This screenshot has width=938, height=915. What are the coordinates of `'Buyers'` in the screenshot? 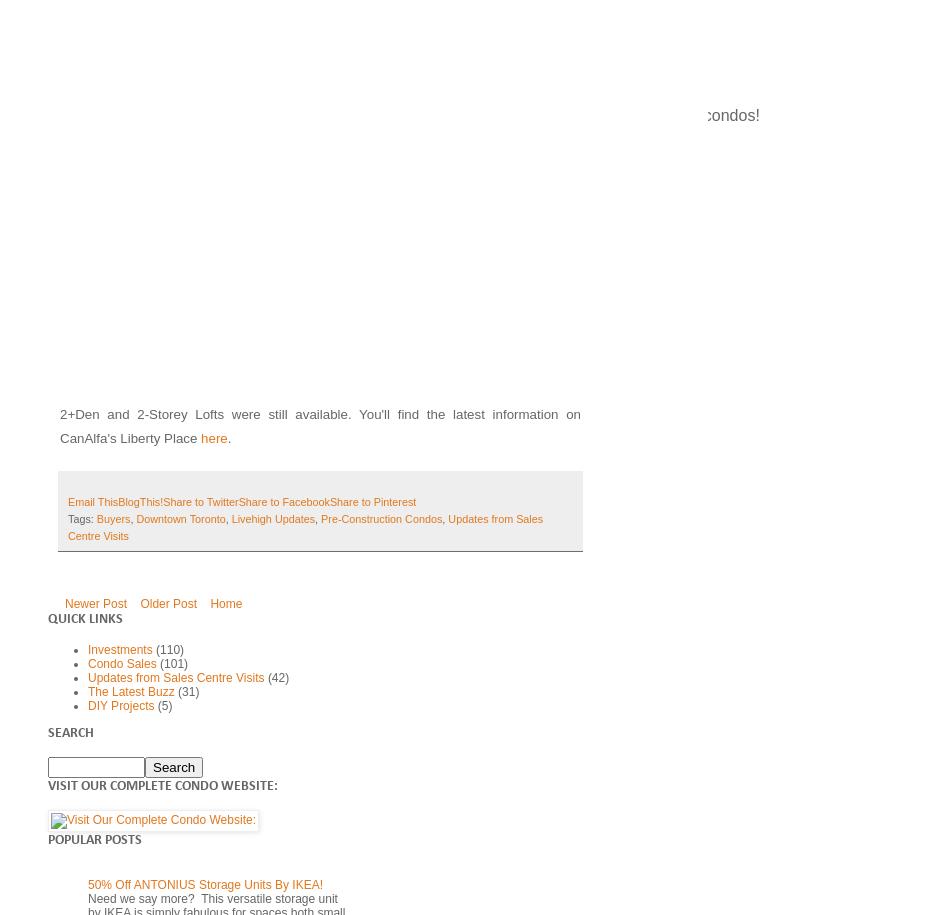 It's located at (112, 518).